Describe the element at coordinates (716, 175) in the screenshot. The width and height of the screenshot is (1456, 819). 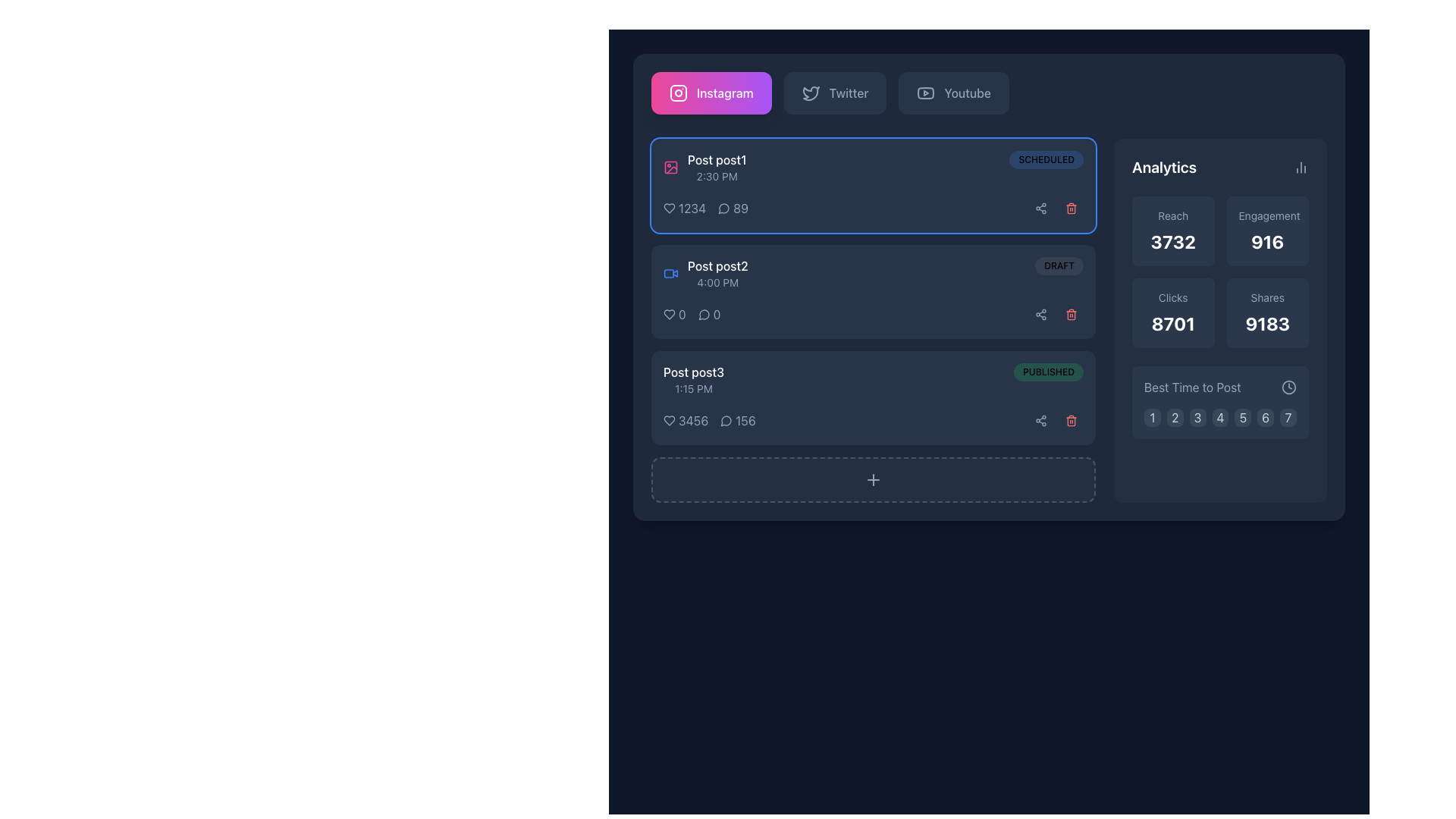
I see `the text display that shows the schedule or posting time of the associated post located in the 'Post post1' section, positioned in the upper-left region of the interface` at that location.